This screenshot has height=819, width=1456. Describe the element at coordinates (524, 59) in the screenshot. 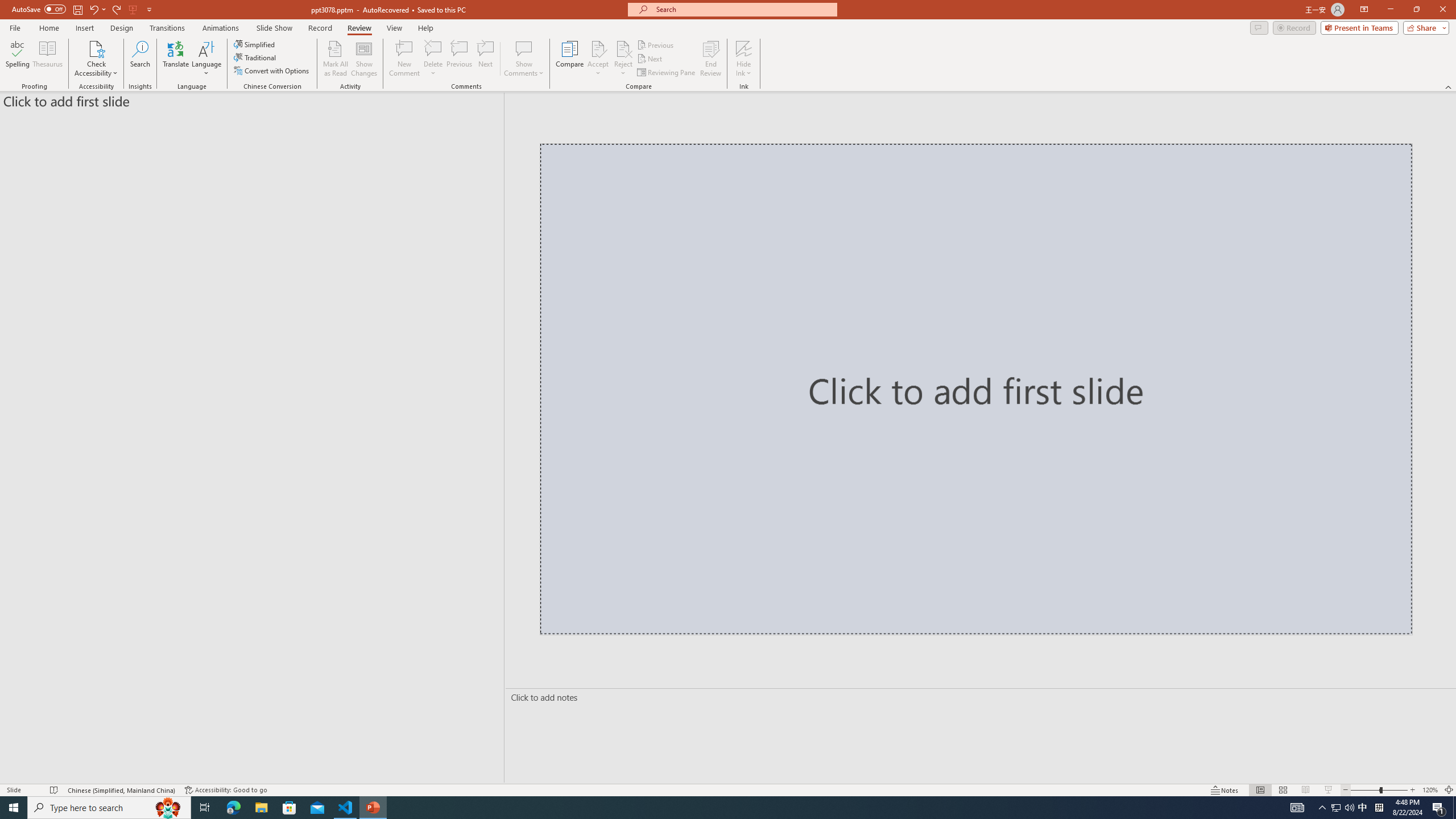

I see `'Show Comments'` at that location.